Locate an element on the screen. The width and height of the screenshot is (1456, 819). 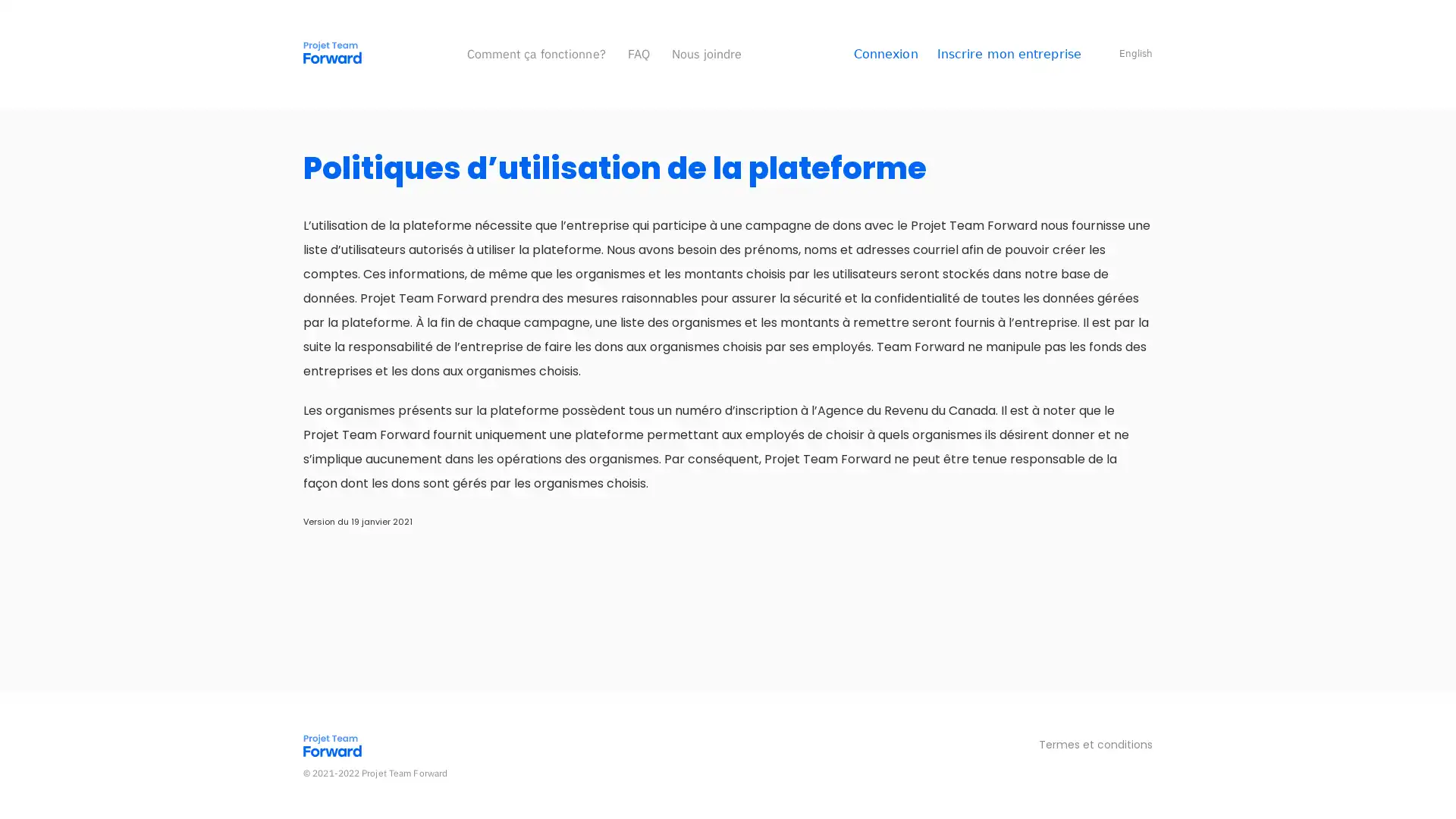
FAQ is located at coordinates (648, 52).